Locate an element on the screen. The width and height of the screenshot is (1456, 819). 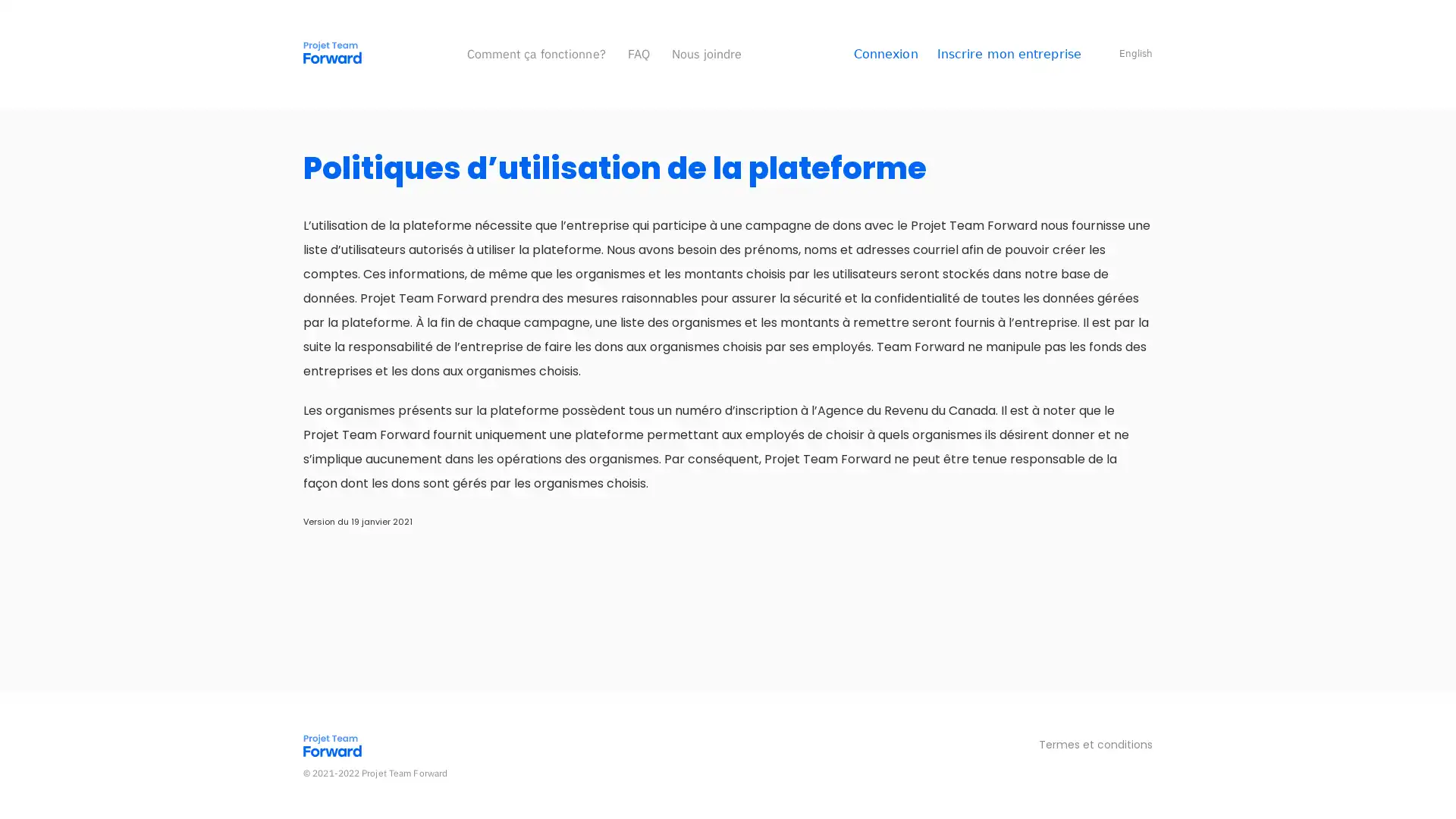
FAQ is located at coordinates (648, 52).